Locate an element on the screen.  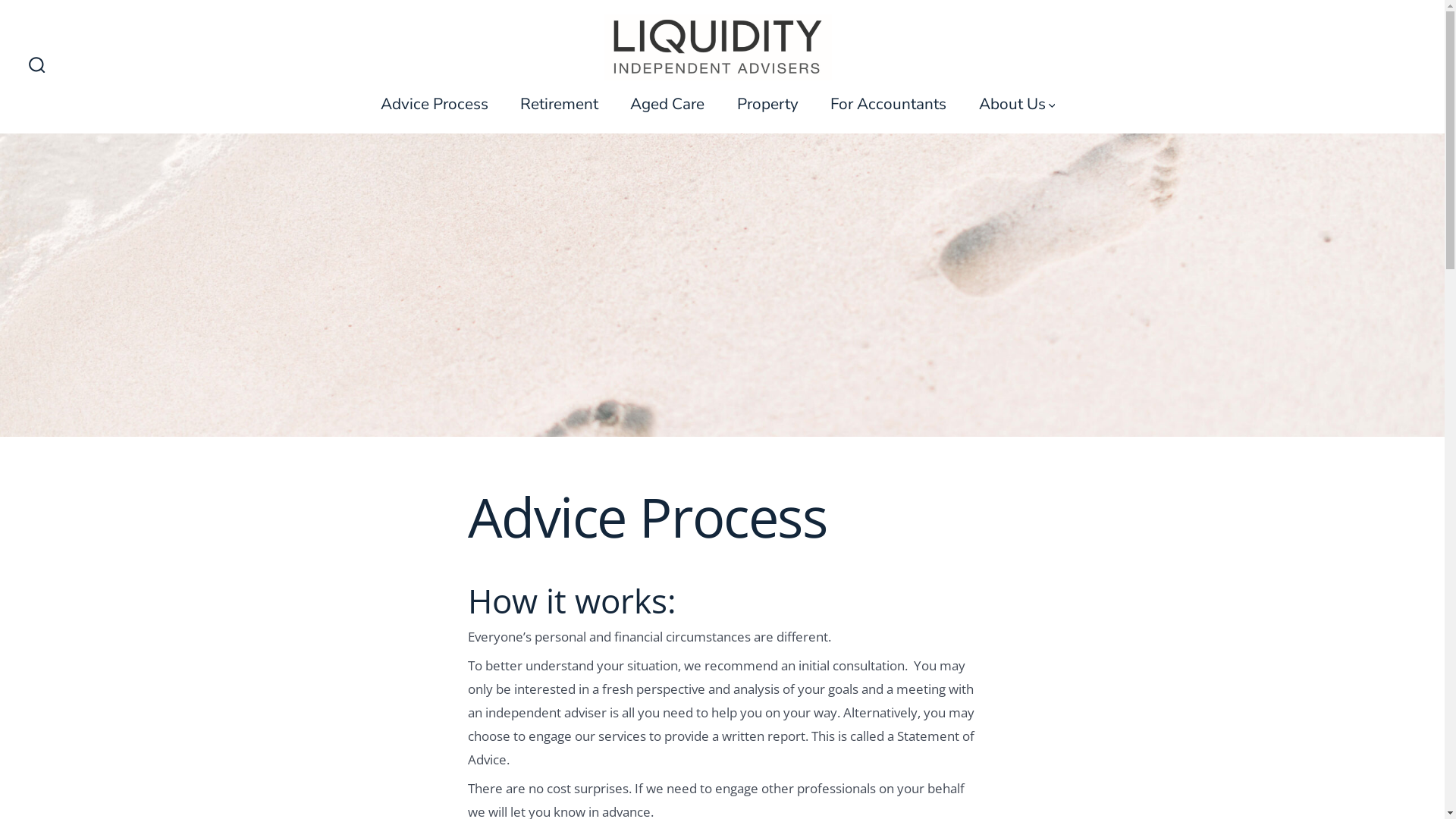
'Aged Care' is located at coordinates (667, 103).